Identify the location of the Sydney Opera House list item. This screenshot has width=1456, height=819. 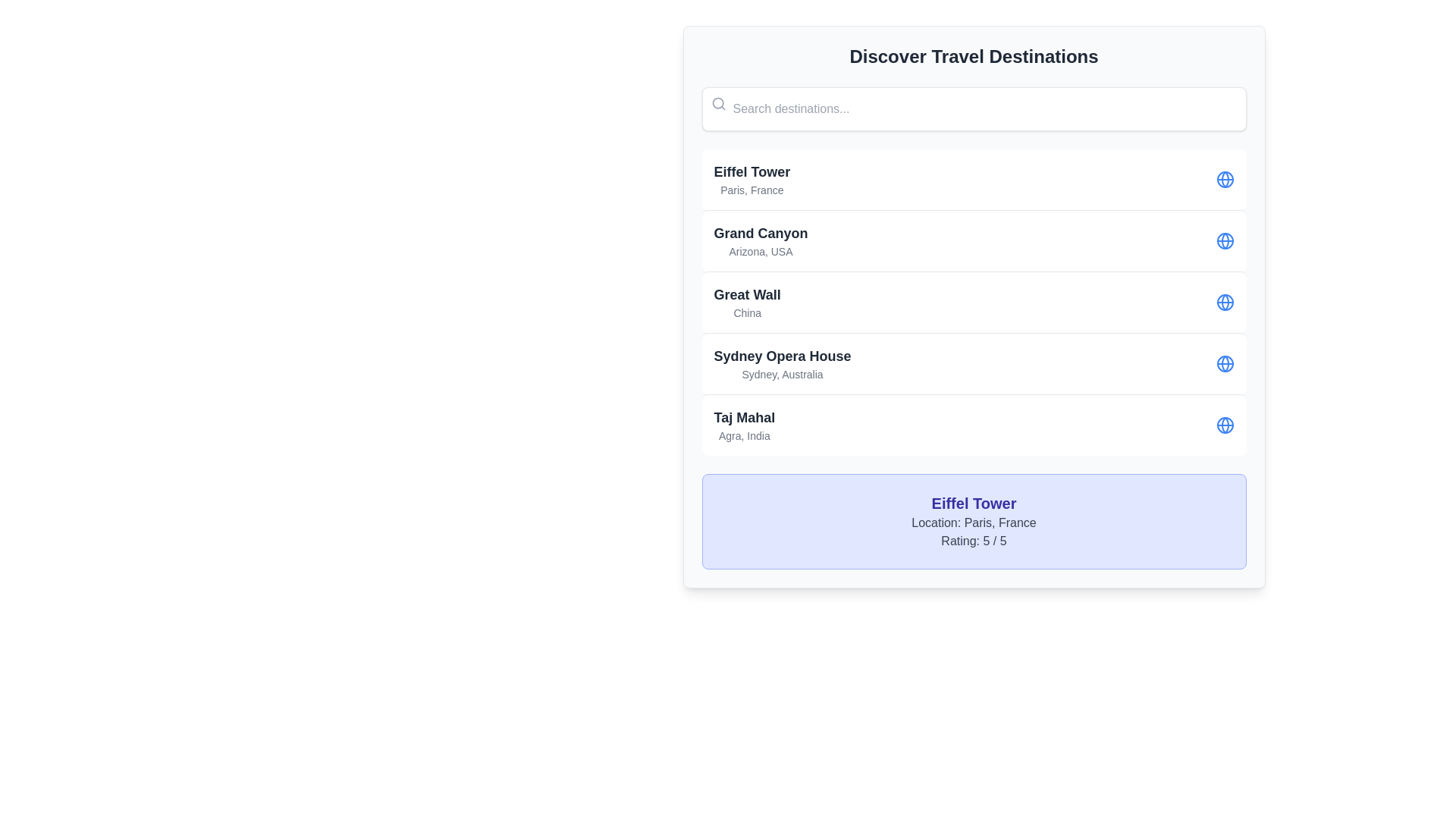
(974, 363).